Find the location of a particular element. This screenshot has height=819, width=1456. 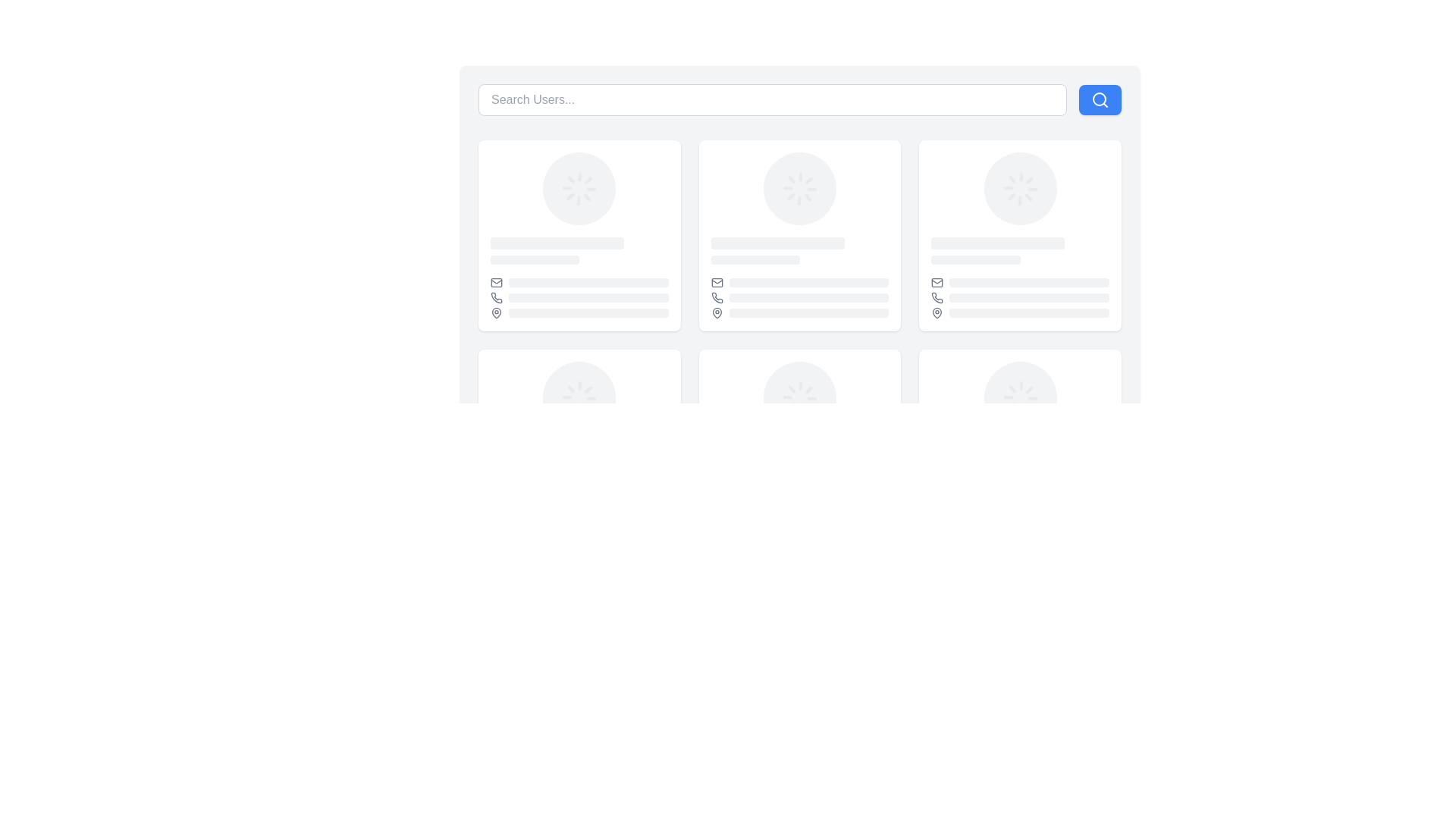

the map pin icon located in the bottom-right corner of the user profile card in the third column of the interface grid for functionality is located at coordinates (937, 312).